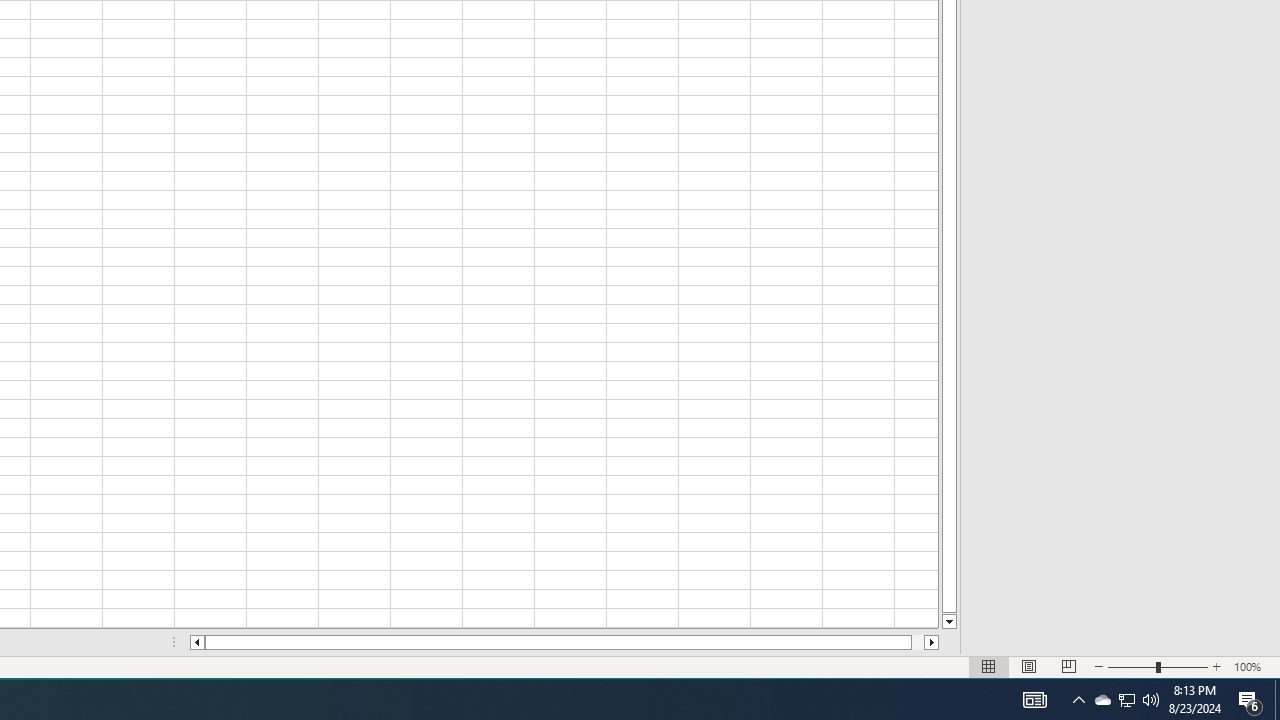 The image size is (1280, 720). What do you see at coordinates (1276, 698) in the screenshot?
I see `'Show desktop'` at bounding box center [1276, 698].